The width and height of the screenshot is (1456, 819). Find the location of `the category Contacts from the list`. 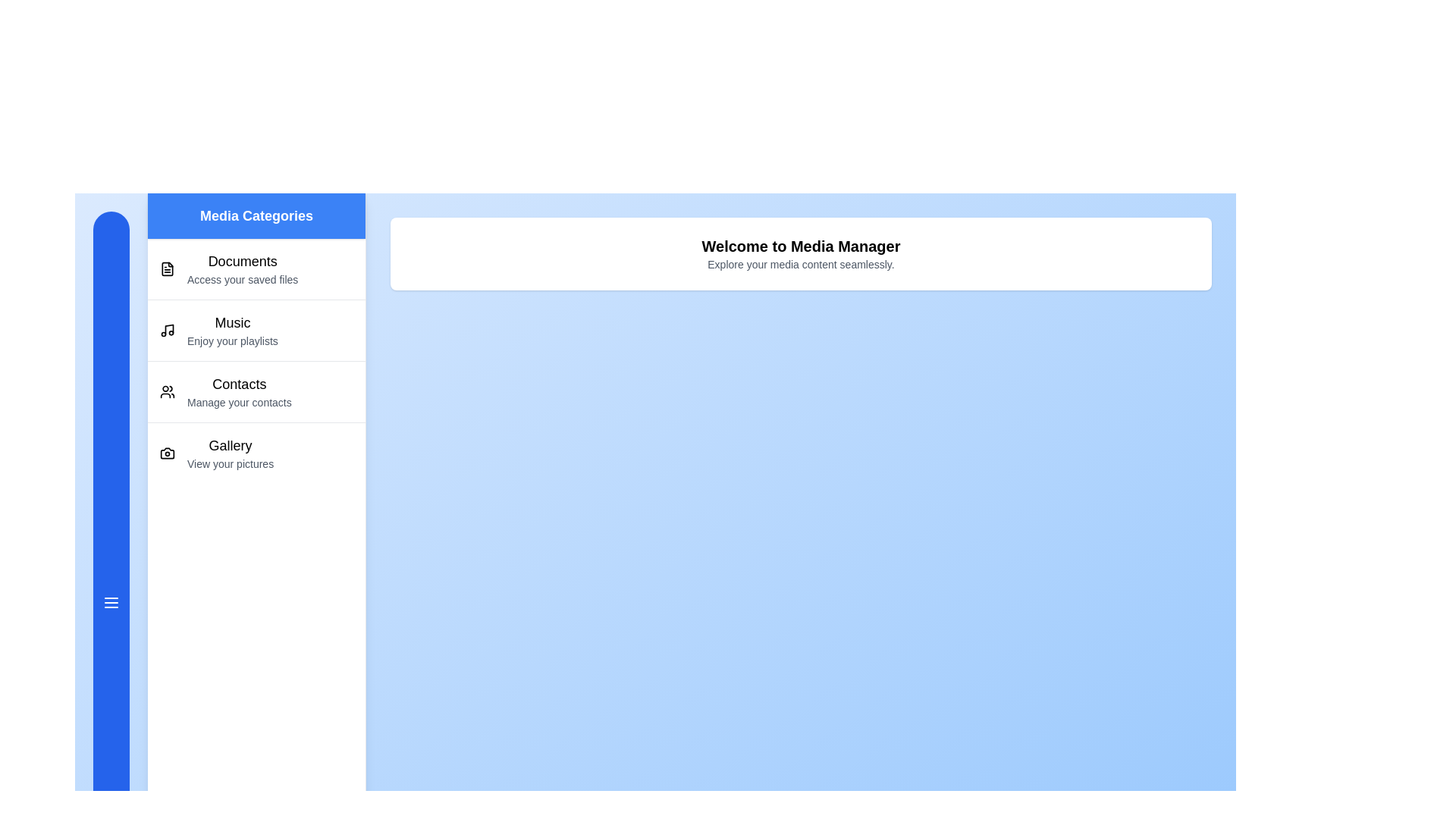

the category Contacts from the list is located at coordinates (256, 391).